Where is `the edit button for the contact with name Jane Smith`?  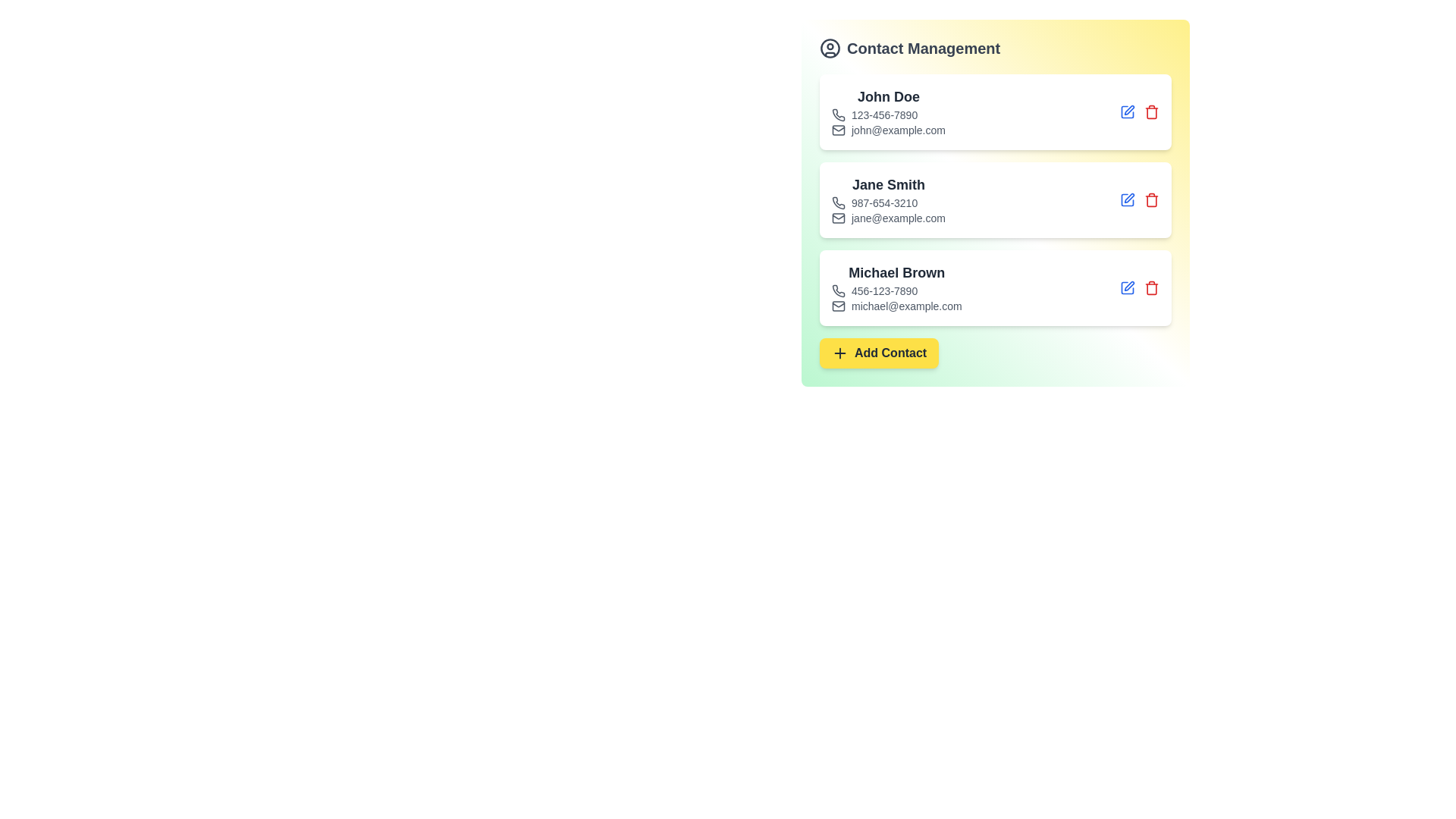 the edit button for the contact with name Jane Smith is located at coordinates (1128, 199).